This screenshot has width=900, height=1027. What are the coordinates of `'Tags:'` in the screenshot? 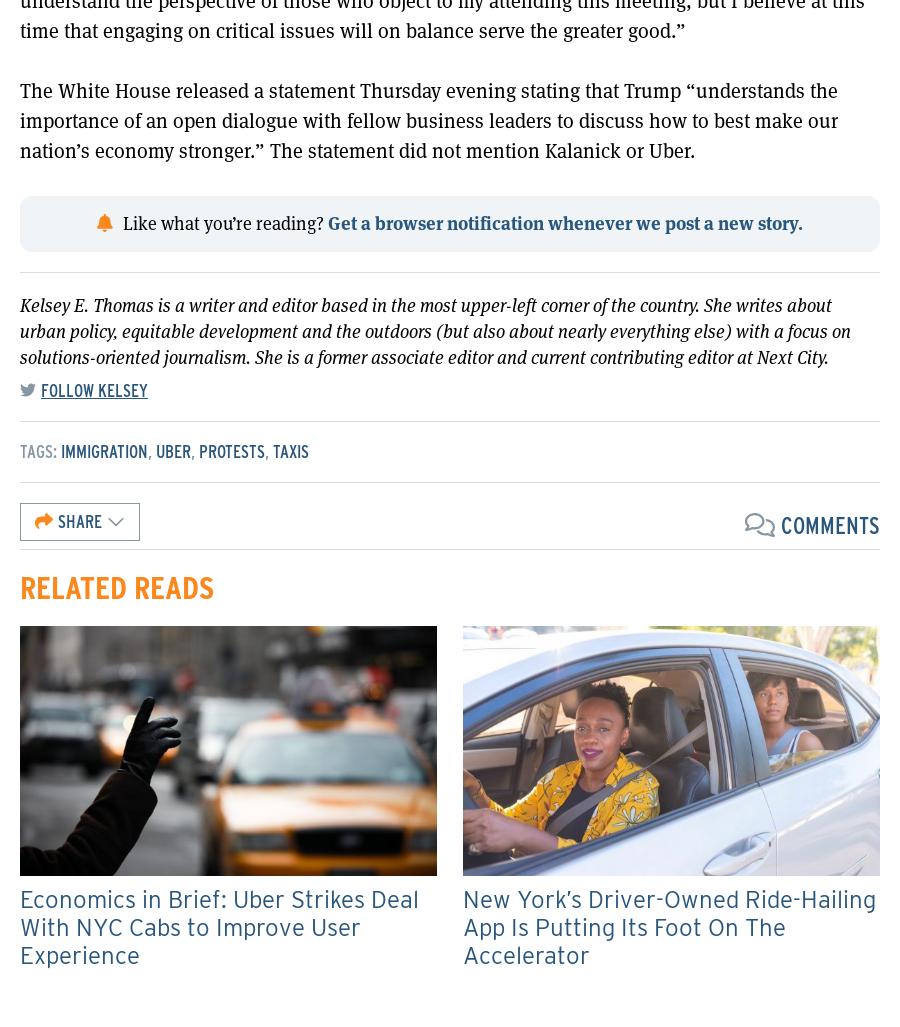 It's located at (39, 450).